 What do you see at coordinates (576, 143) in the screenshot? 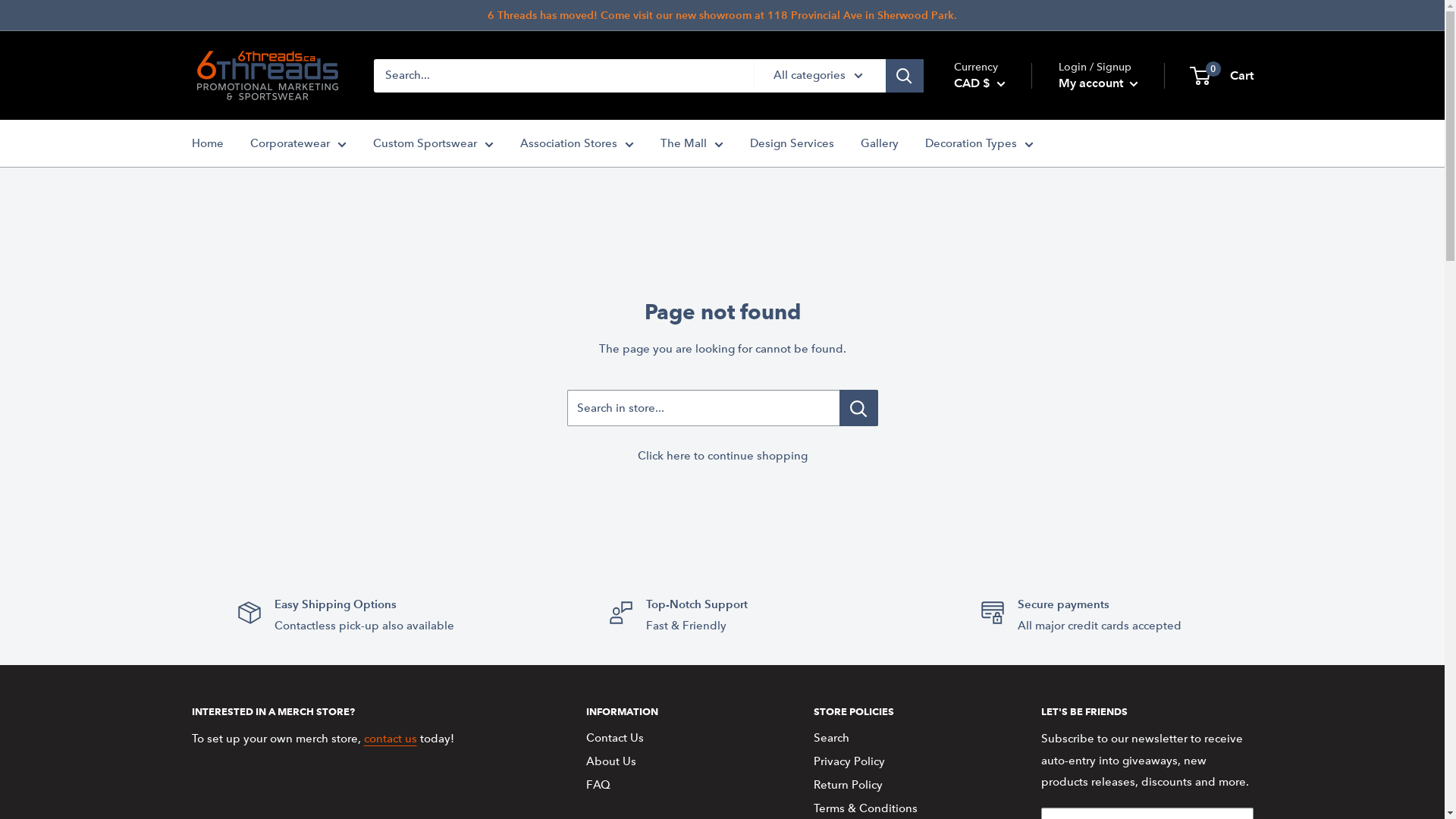
I see `'Association Stores'` at bounding box center [576, 143].